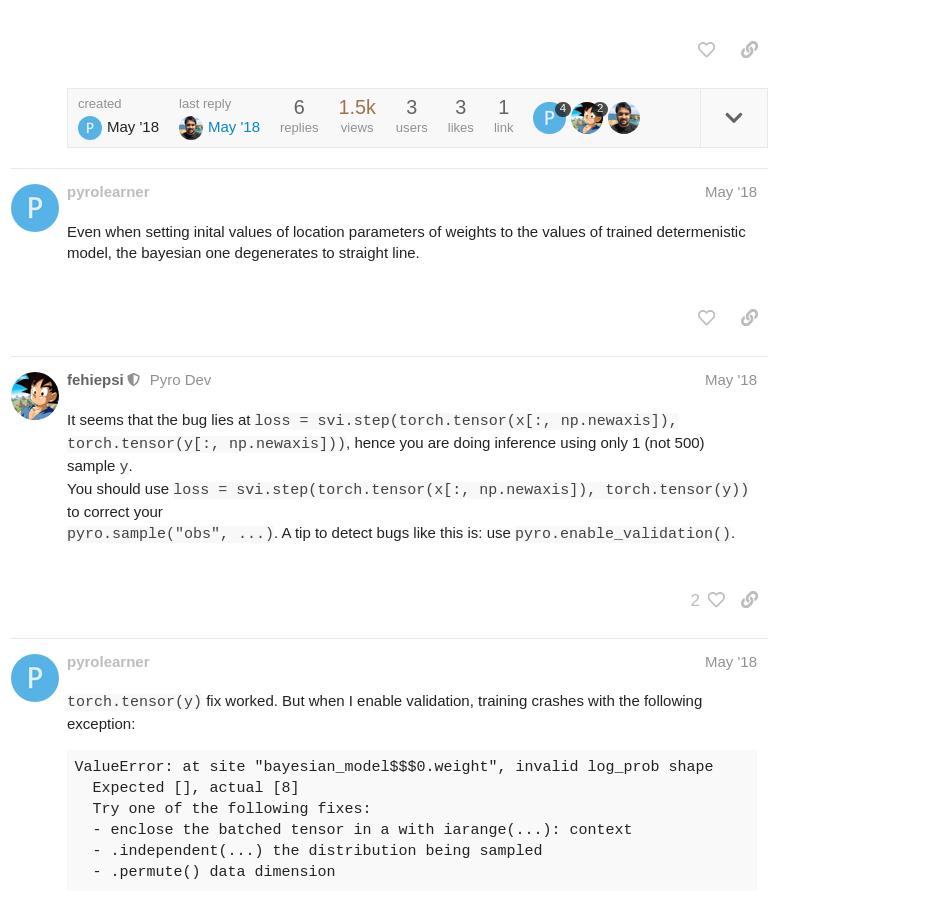 This screenshot has height=902, width=950. What do you see at coordinates (119, 486) in the screenshot?
I see `'You should use'` at bounding box center [119, 486].